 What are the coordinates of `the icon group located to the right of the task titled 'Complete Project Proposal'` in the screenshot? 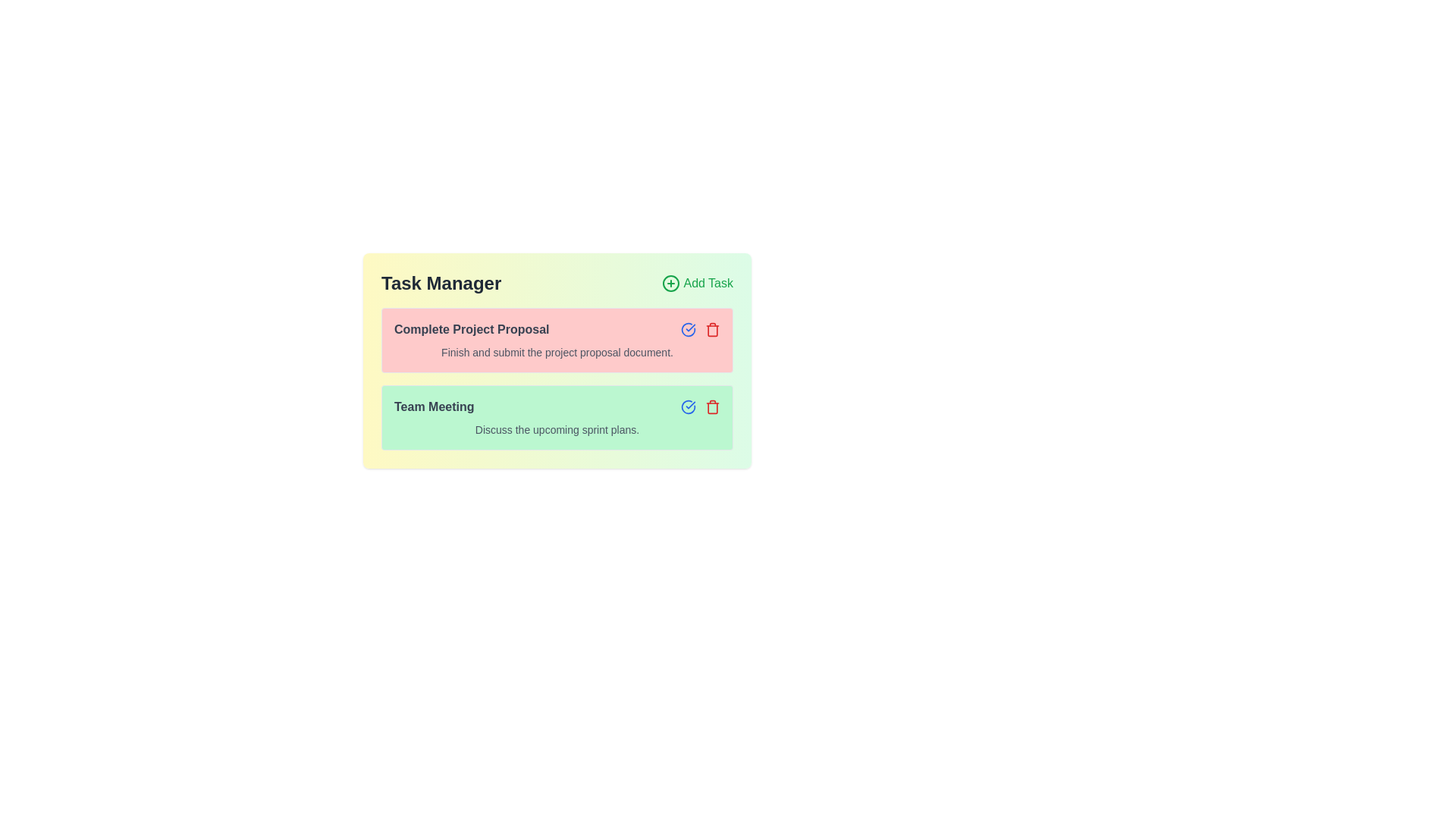 It's located at (700, 329).